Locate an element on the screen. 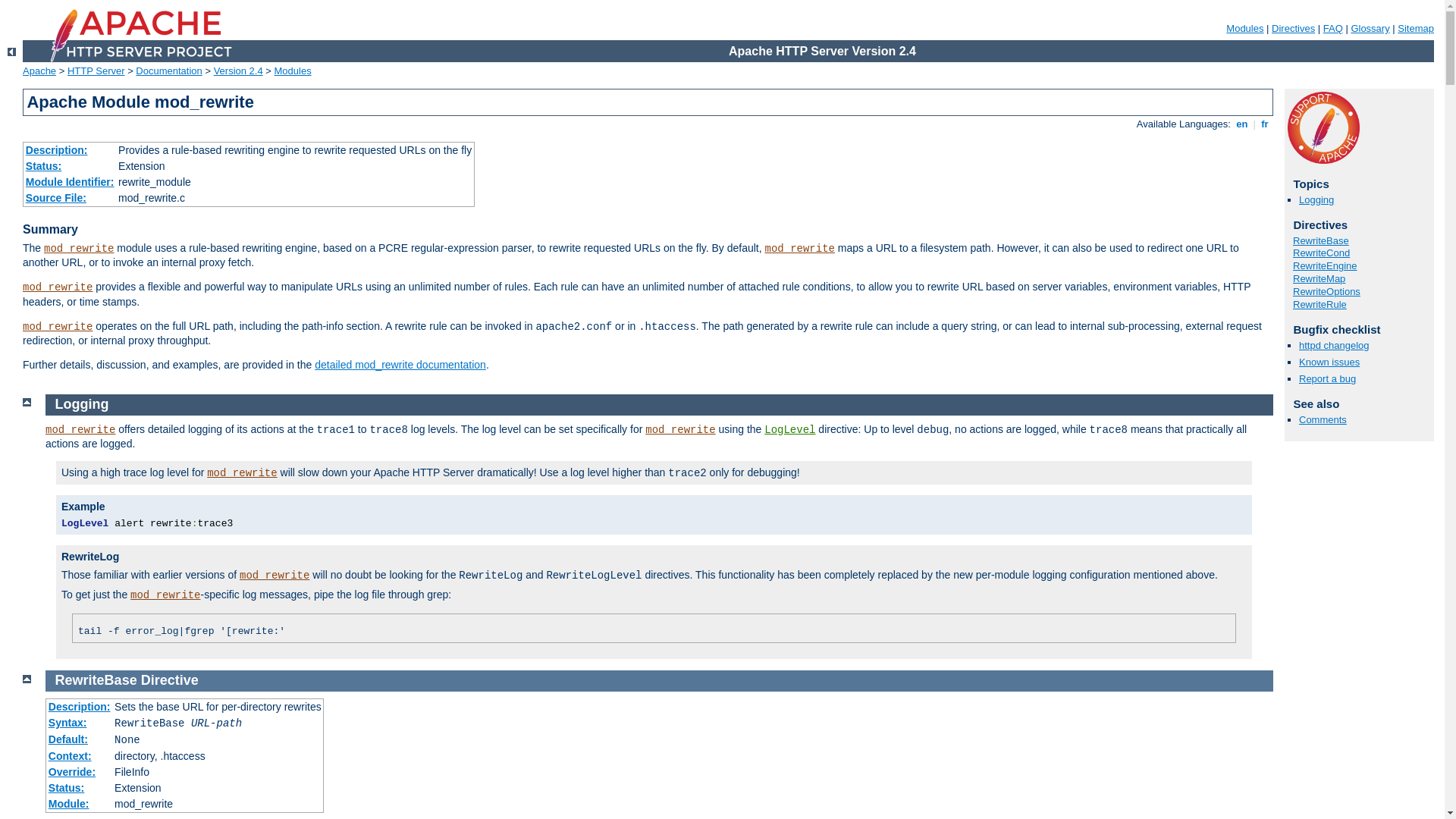 This screenshot has height=819, width=1456. 'Comments' is located at coordinates (1322, 419).